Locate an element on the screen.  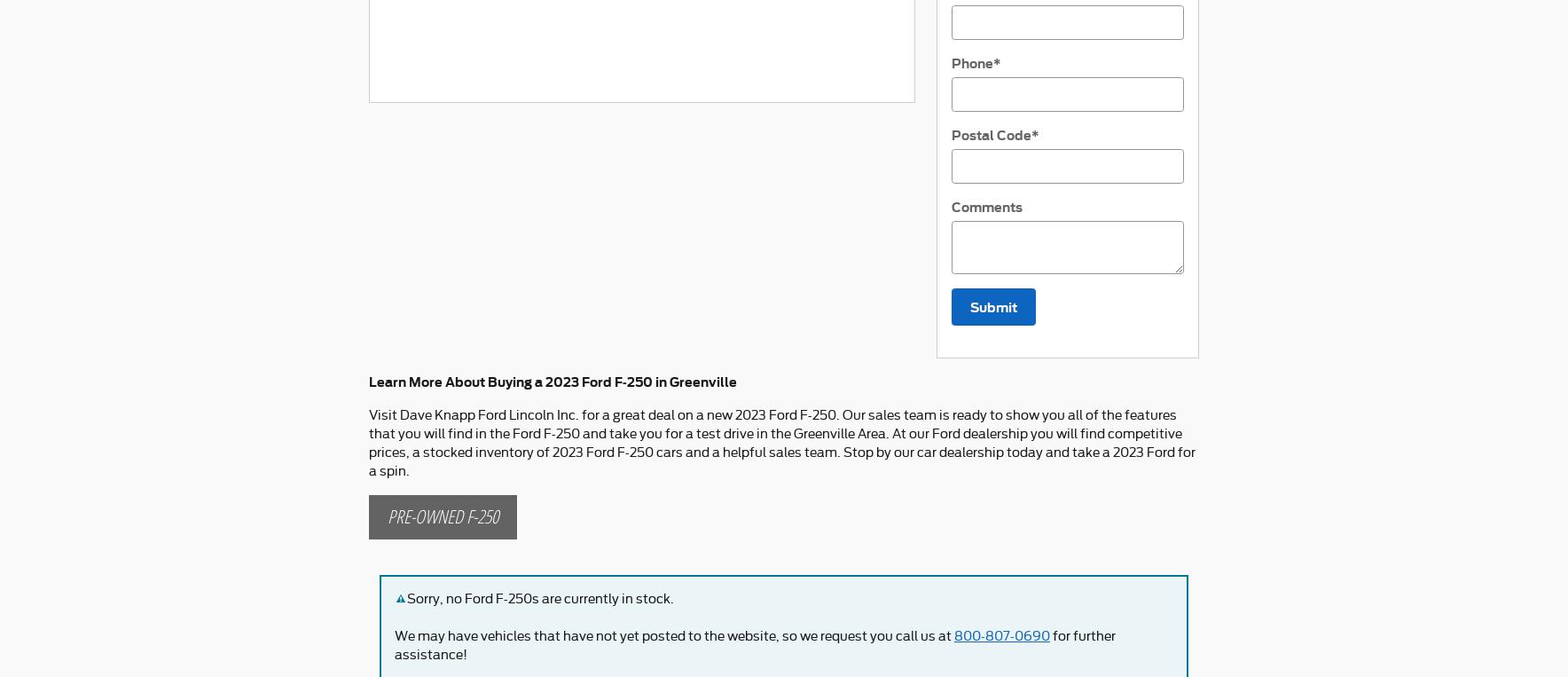
'for further assistance!' is located at coordinates (755, 645).